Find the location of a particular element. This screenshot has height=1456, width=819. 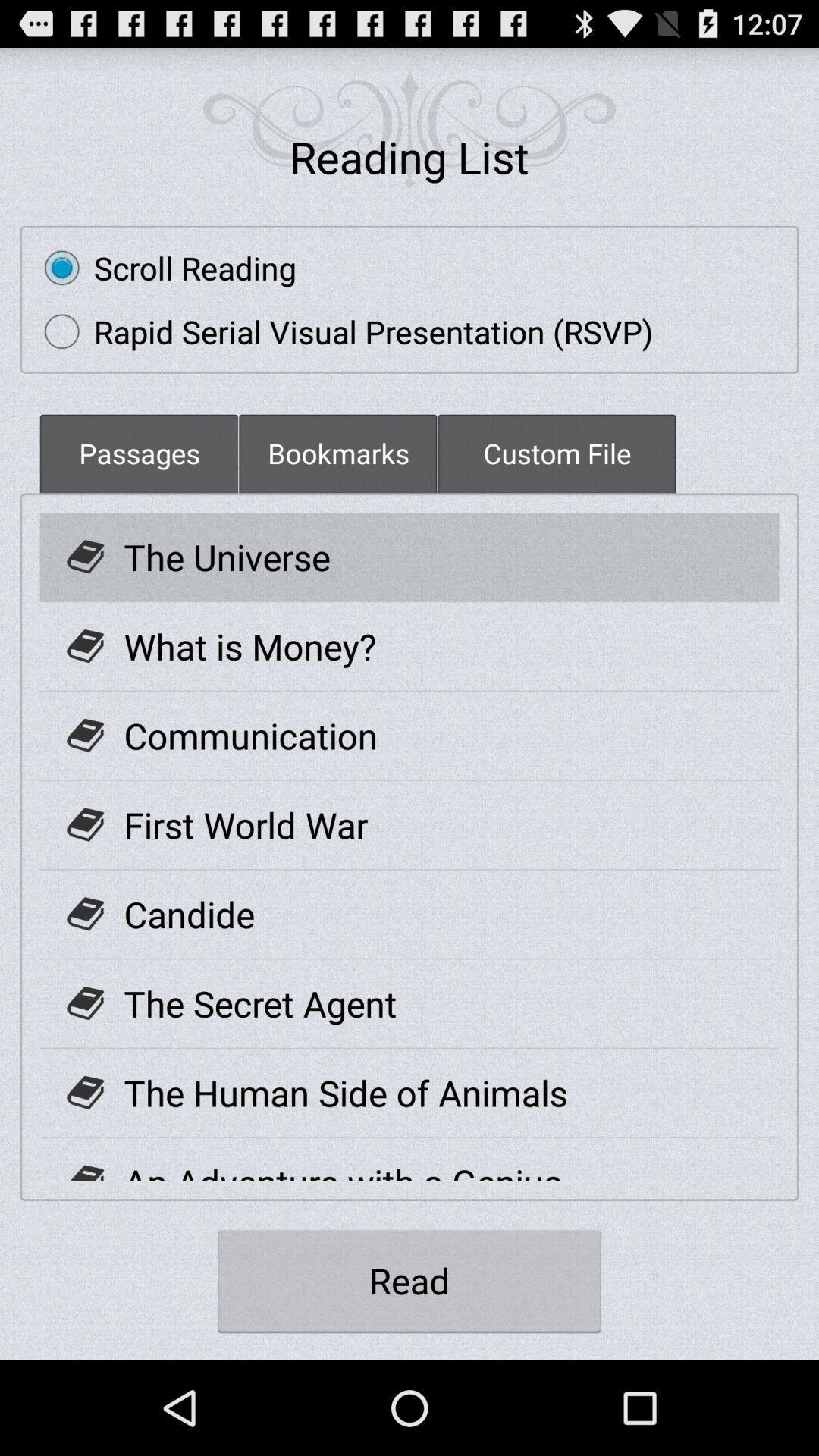

the scroll reading icon is located at coordinates (163, 268).